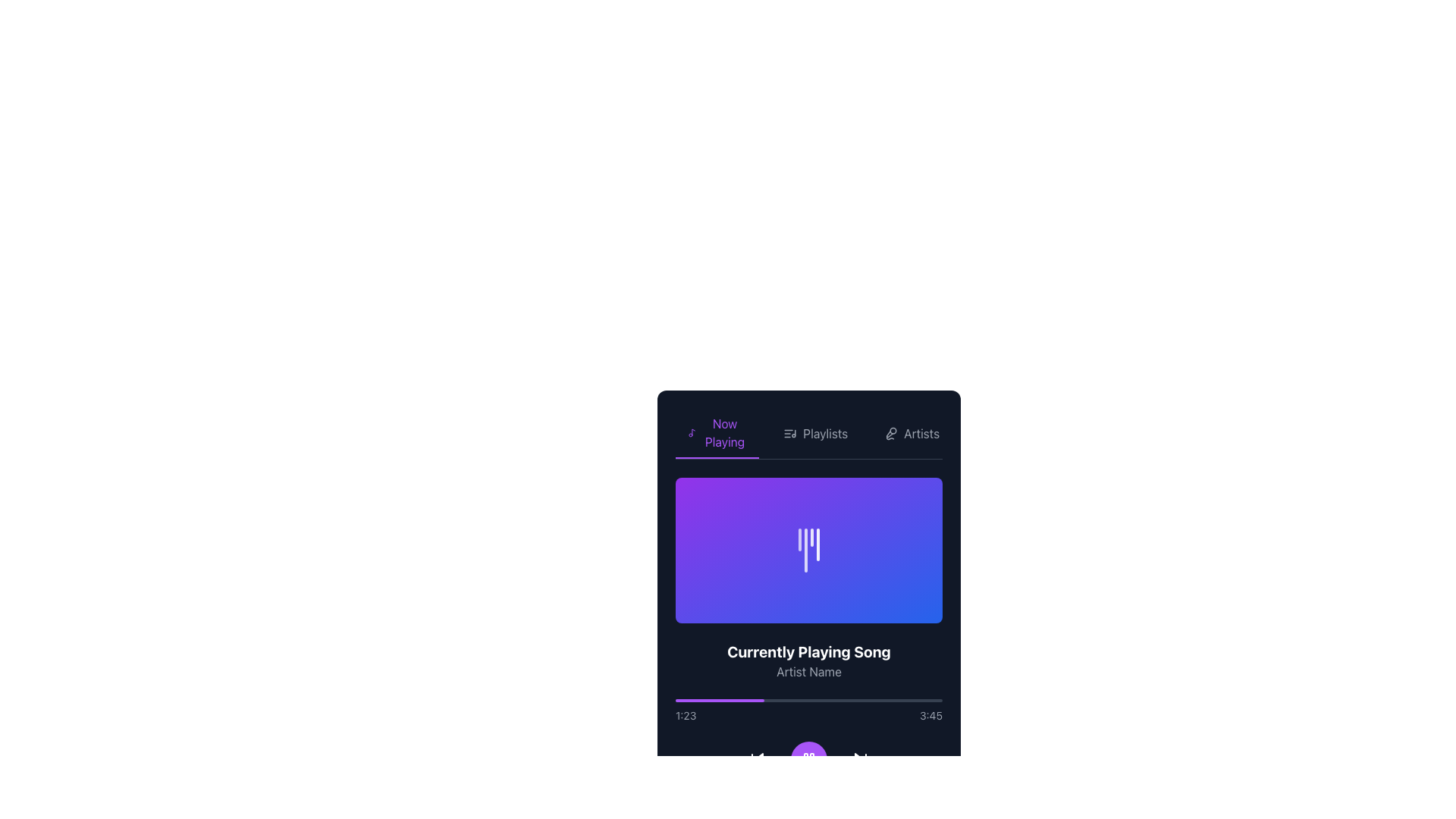  Describe the element at coordinates (817, 543) in the screenshot. I see `the fourth vertical waveform bar, which is a thin white bar with rounded ends, located near the center of the audio waveform display area` at that location.